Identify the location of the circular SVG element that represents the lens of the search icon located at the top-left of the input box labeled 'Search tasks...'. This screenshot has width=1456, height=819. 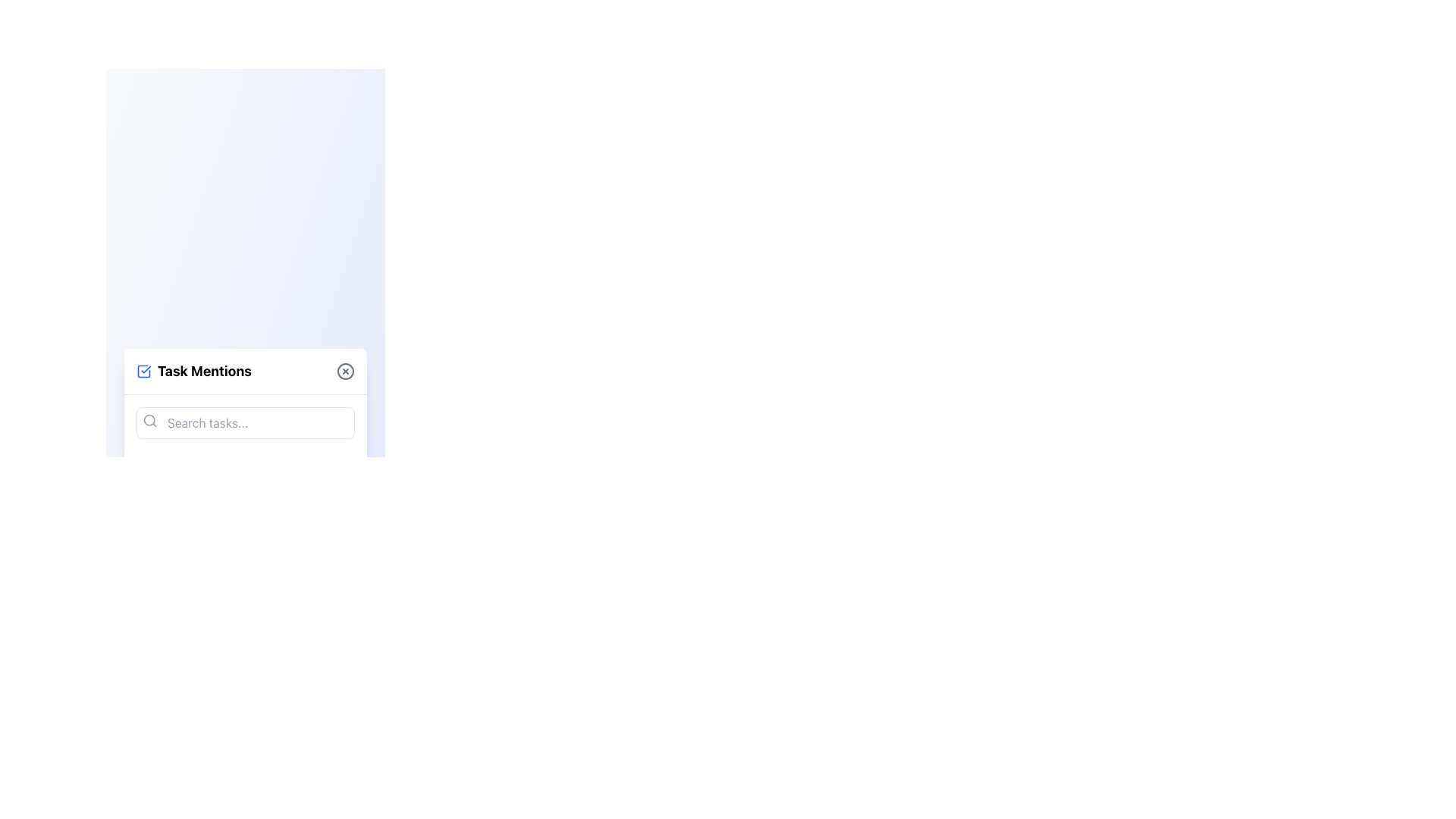
(149, 419).